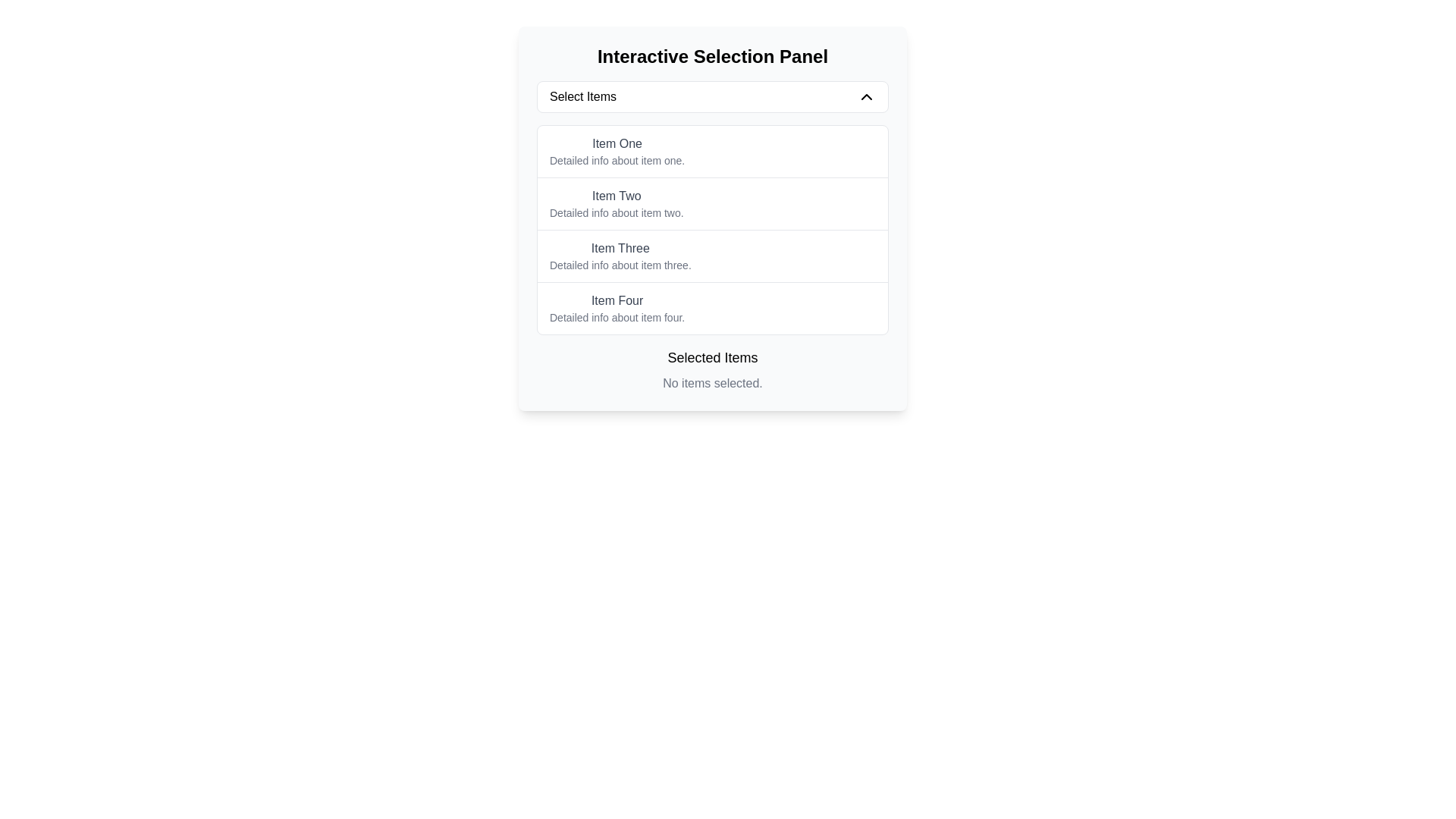 The height and width of the screenshot is (819, 1456). What do you see at coordinates (712, 357) in the screenshot?
I see `the 'Selected Items' text label, which is a bold, medium-sized font label located at the top of the selection panel, above the 'No items selected.' text` at bounding box center [712, 357].